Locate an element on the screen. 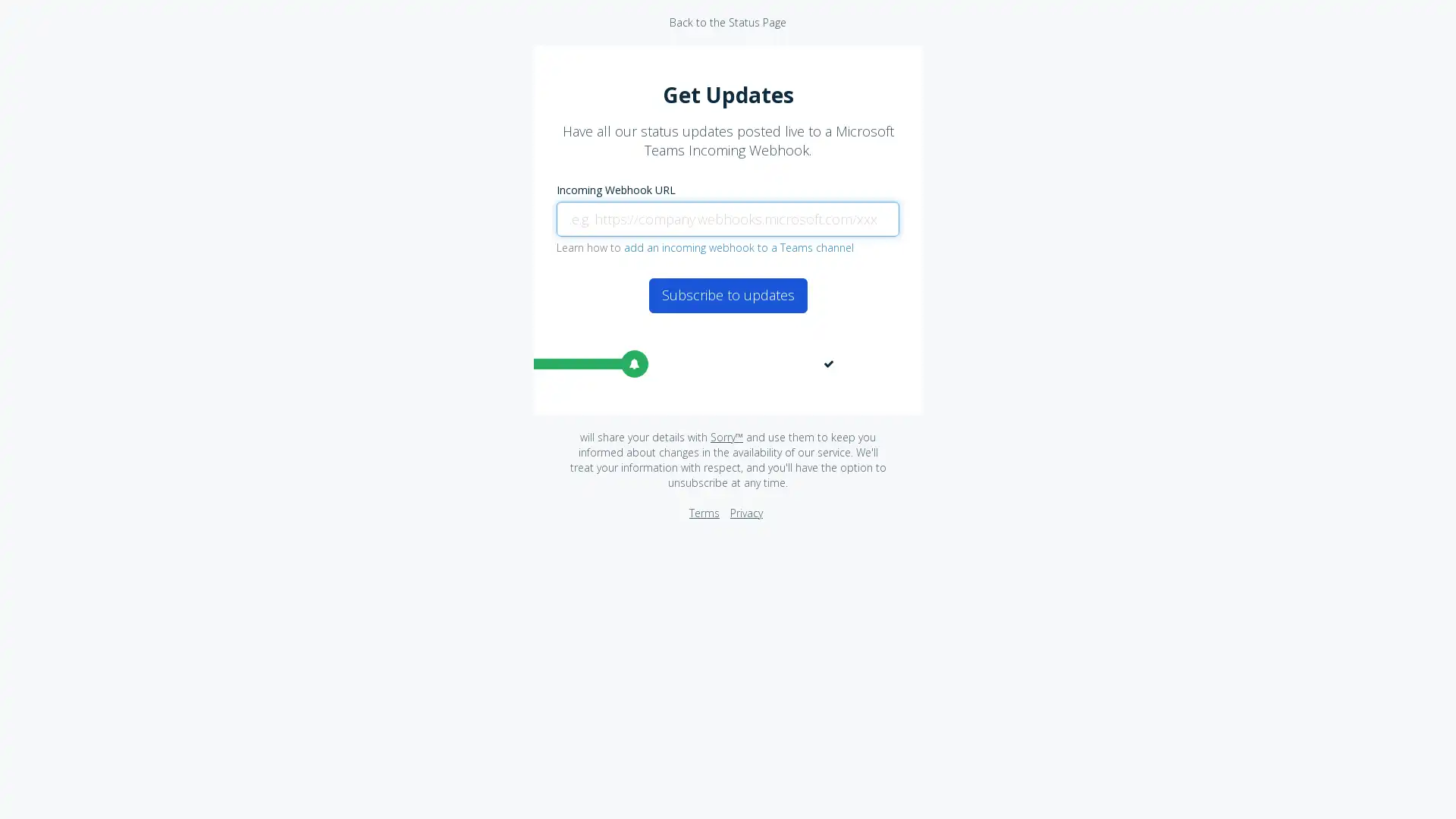 This screenshot has width=1456, height=819. Subscribe to updates is located at coordinates (726, 295).